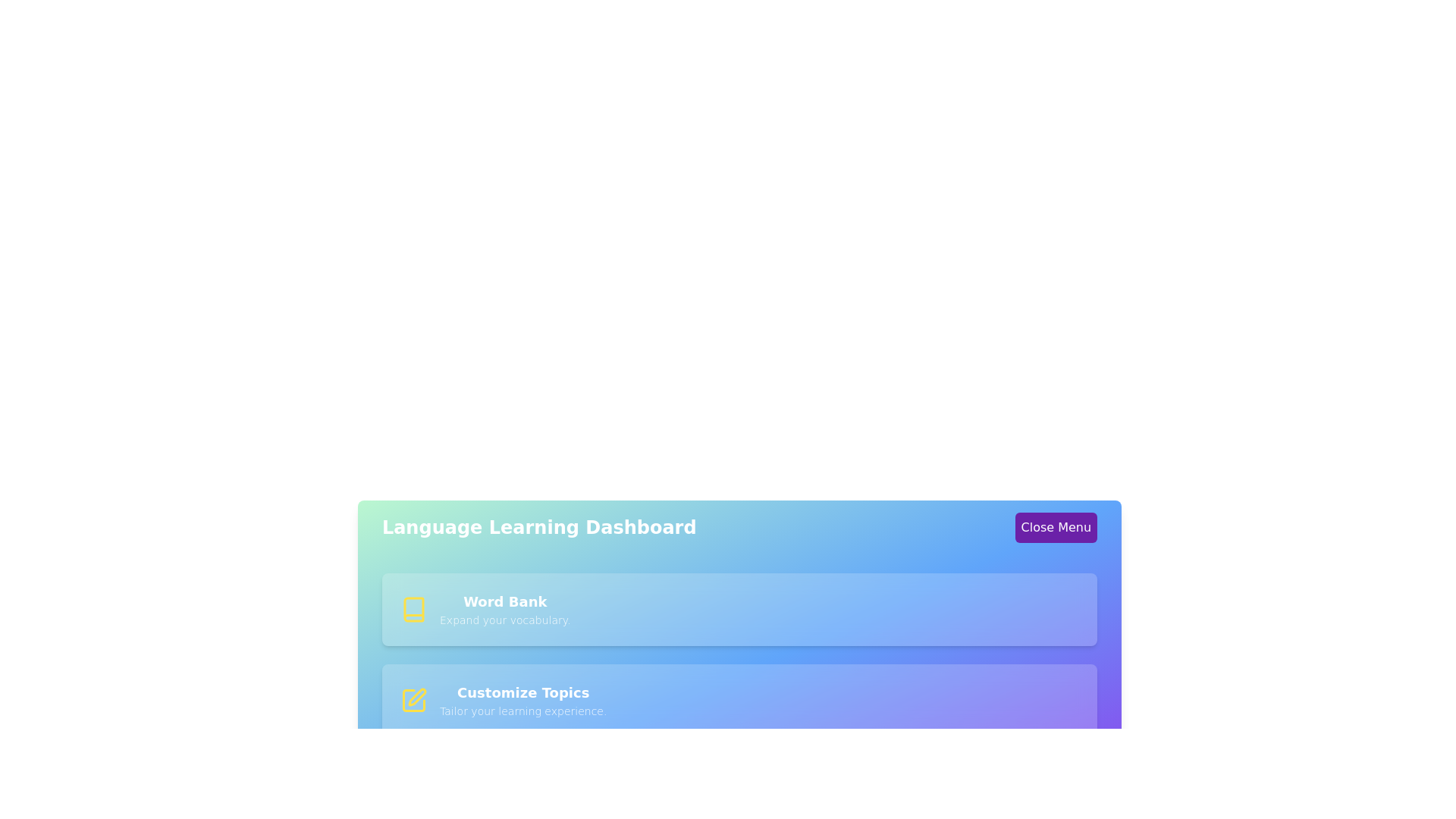 This screenshot has height=819, width=1456. Describe the element at coordinates (539, 526) in the screenshot. I see `the 'Language Learning Dashboard' header text` at that location.